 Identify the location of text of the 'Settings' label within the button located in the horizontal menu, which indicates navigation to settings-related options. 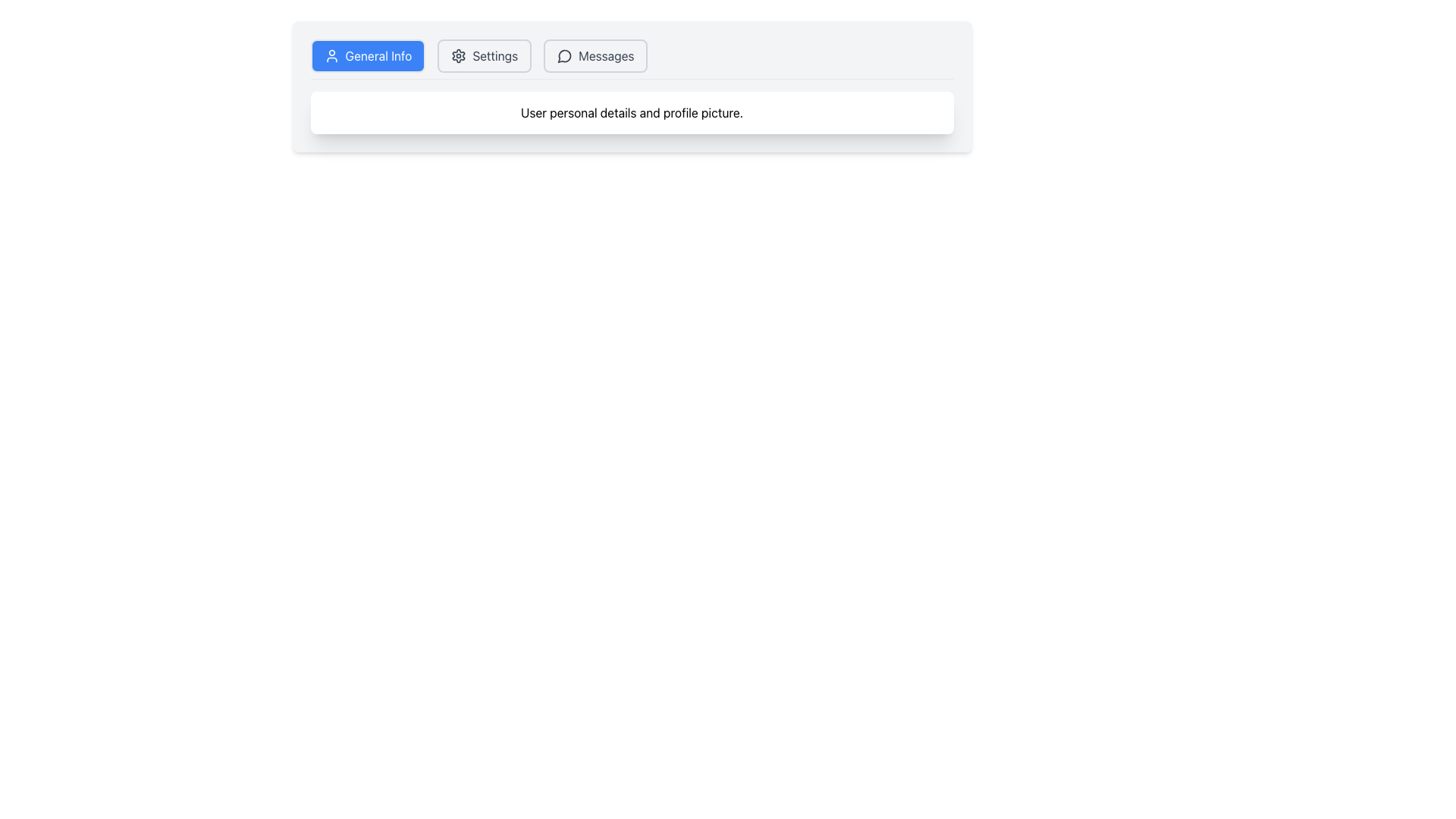
(495, 55).